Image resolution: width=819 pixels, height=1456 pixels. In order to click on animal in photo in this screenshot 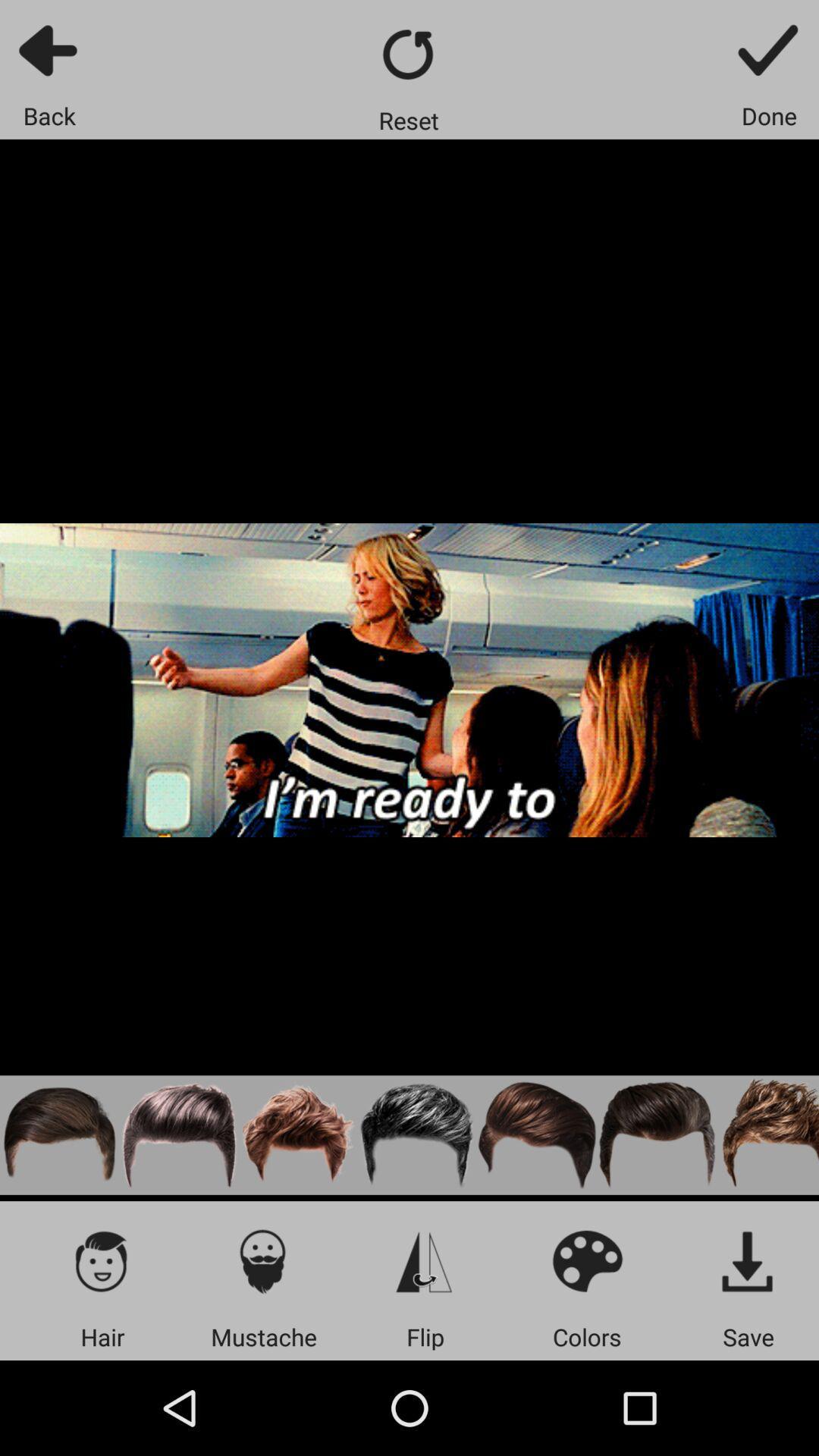, I will do `click(767, 1135)`.